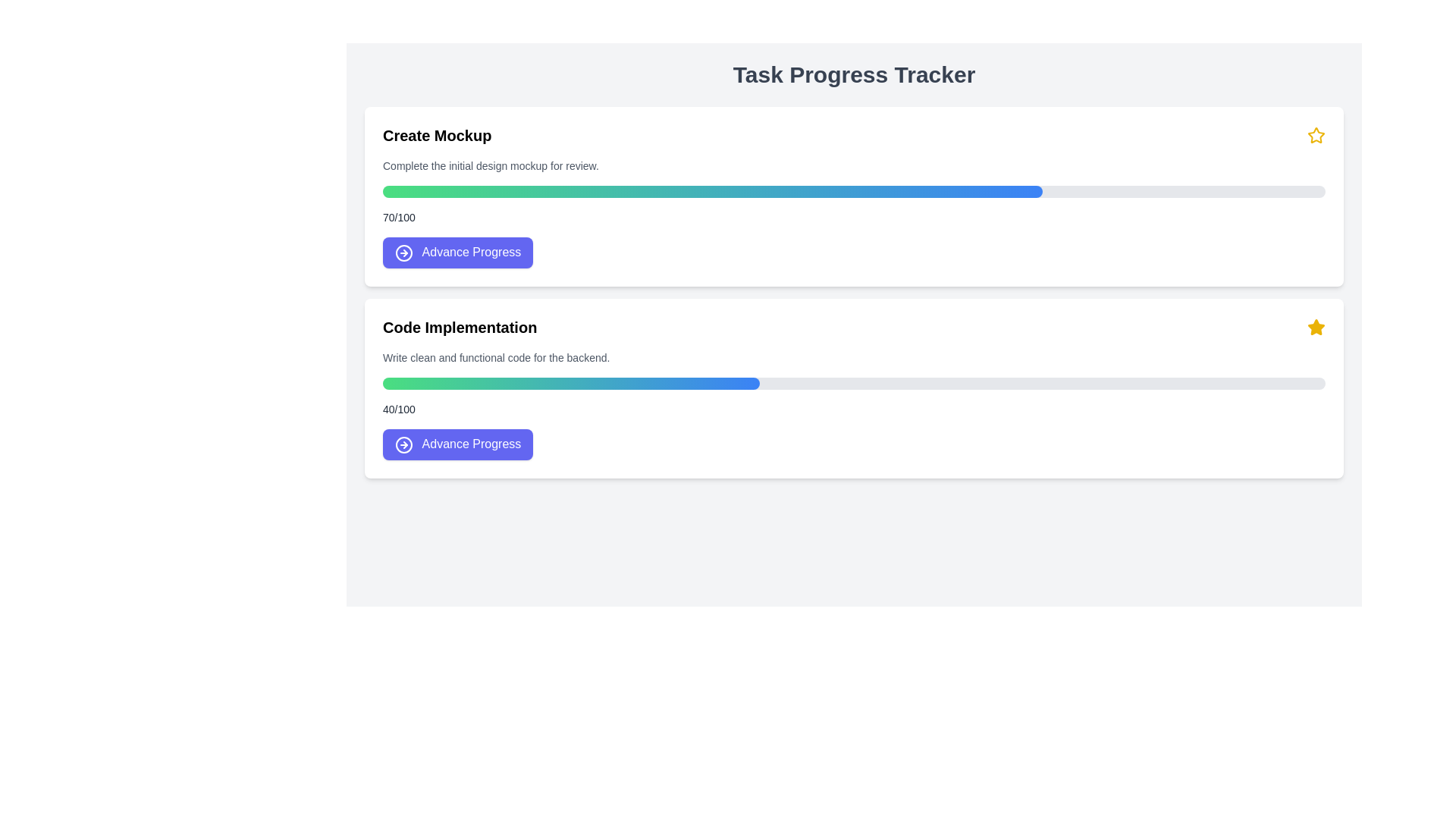 This screenshot has width=1456, height=819. What do you see at coordinates (854, 382) in the screenshot?
I see `the progress bar located in the 'Code Implementation' section, beneath the text 'Write clean and functional code for the backend.'` at bounding box center [854, 382].